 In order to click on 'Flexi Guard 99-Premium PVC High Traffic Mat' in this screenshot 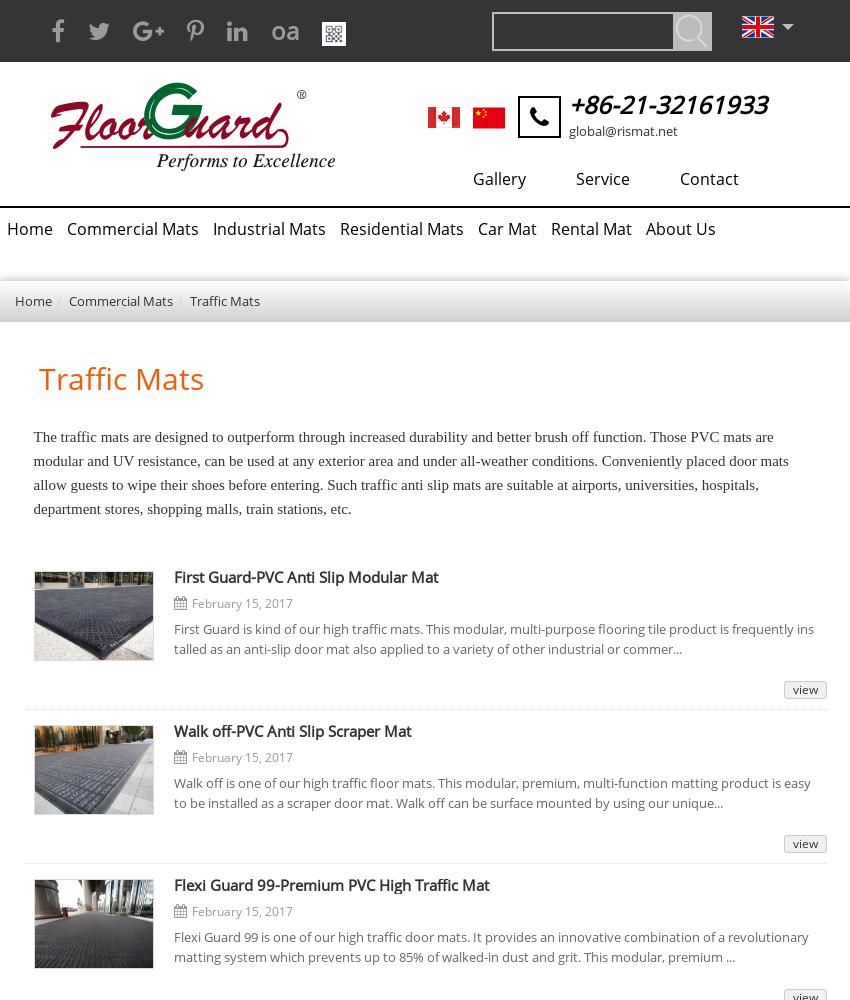, I will do `click(330, 885)`.